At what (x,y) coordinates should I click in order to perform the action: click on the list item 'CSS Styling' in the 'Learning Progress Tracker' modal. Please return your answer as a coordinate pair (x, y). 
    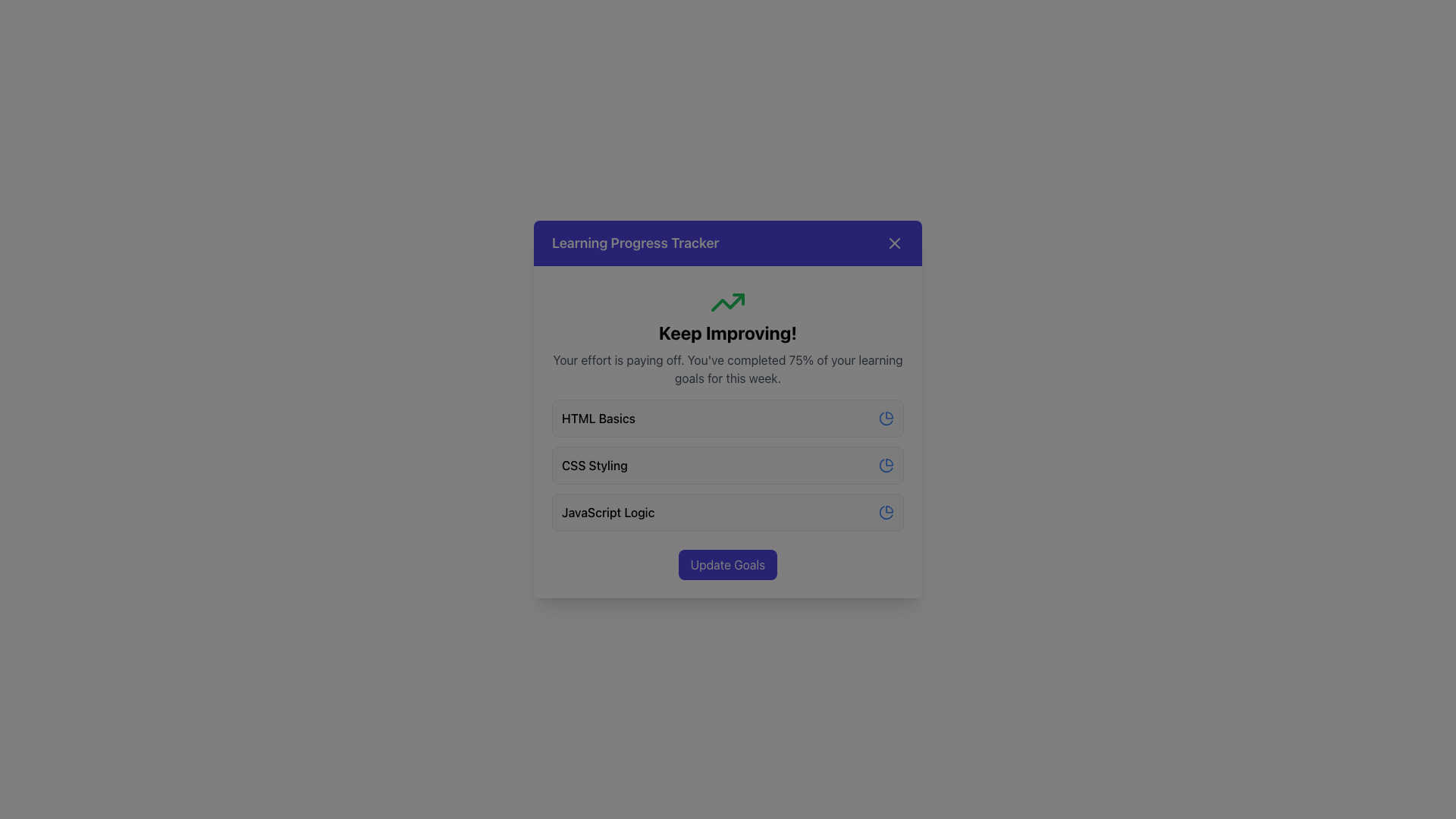
    Looking at the image, I should click on (728, 464).